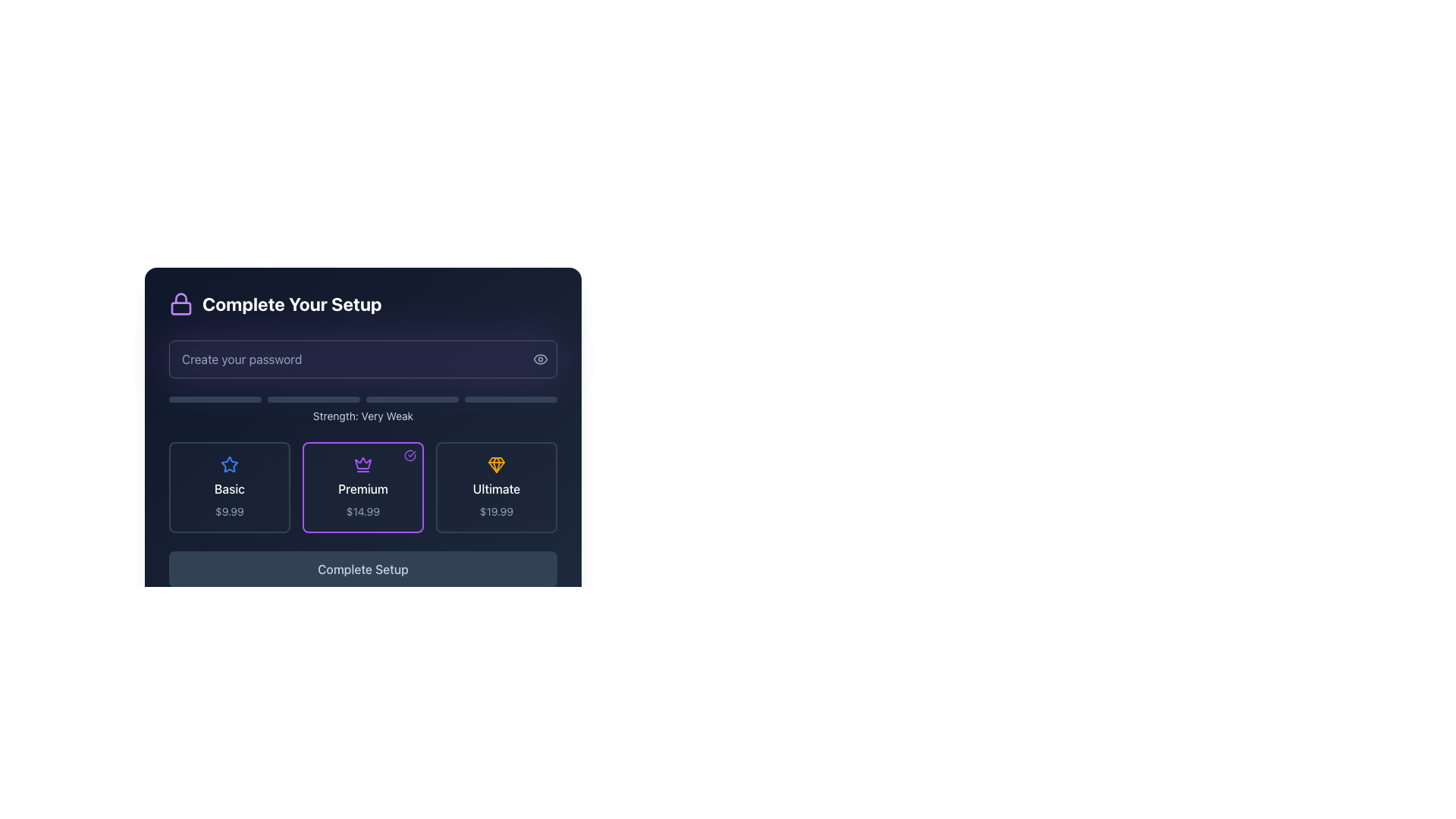 The image size is (1456, 819). Describe the element at coordinates (496, 464) in the screenshot. I see `the gem-shaped decorative icon outlined in orange, located at the rightmost position of the 'Ultimate' subscription option card, above the '$19.99' text` at that location.